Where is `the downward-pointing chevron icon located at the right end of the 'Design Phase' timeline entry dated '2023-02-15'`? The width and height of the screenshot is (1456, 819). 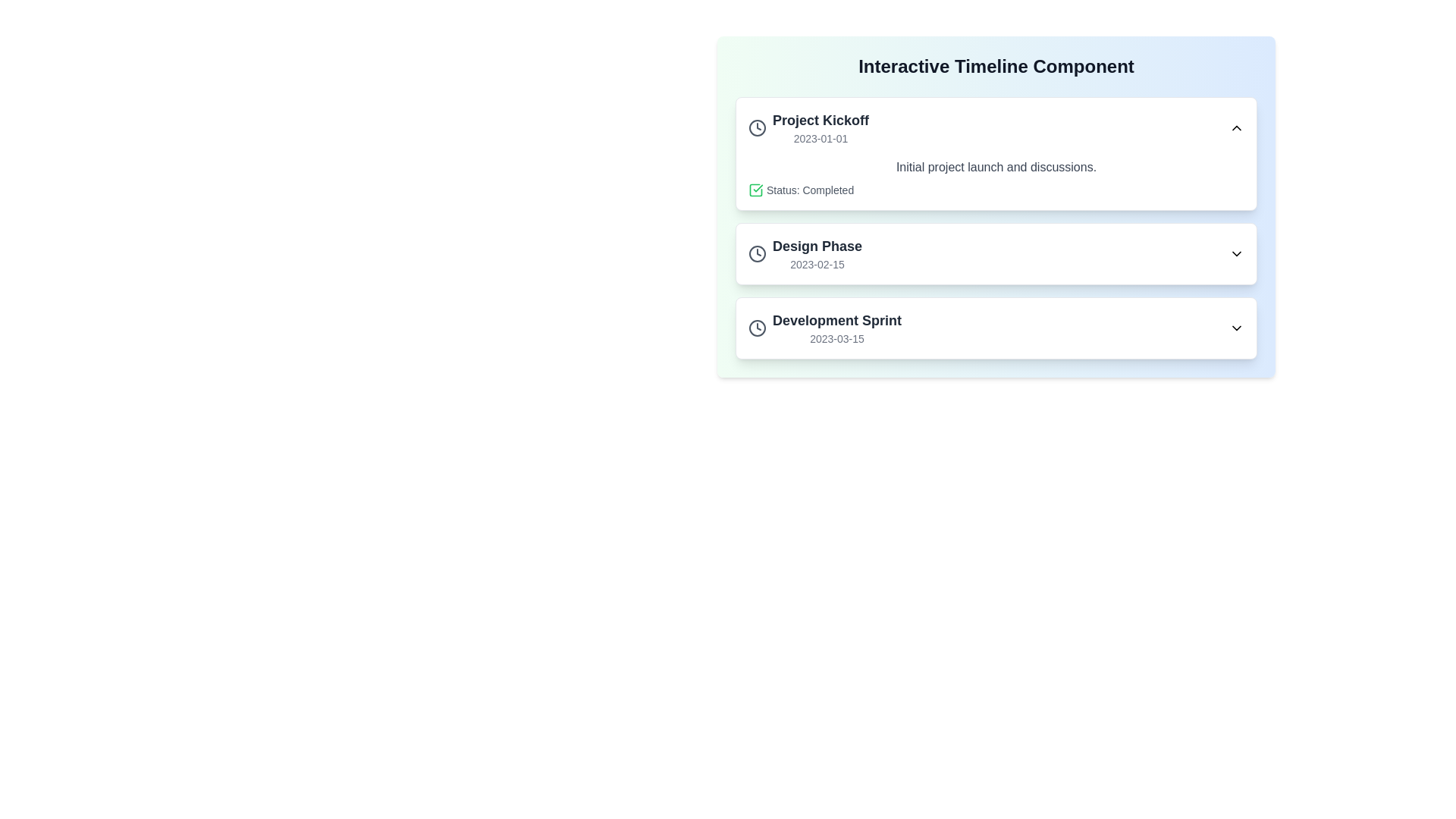
the downward-pointing chevron icon located at the right end of the 'Design Phase' timeline entry dated '2023-02-15' is located at coordinates (1237, 253).